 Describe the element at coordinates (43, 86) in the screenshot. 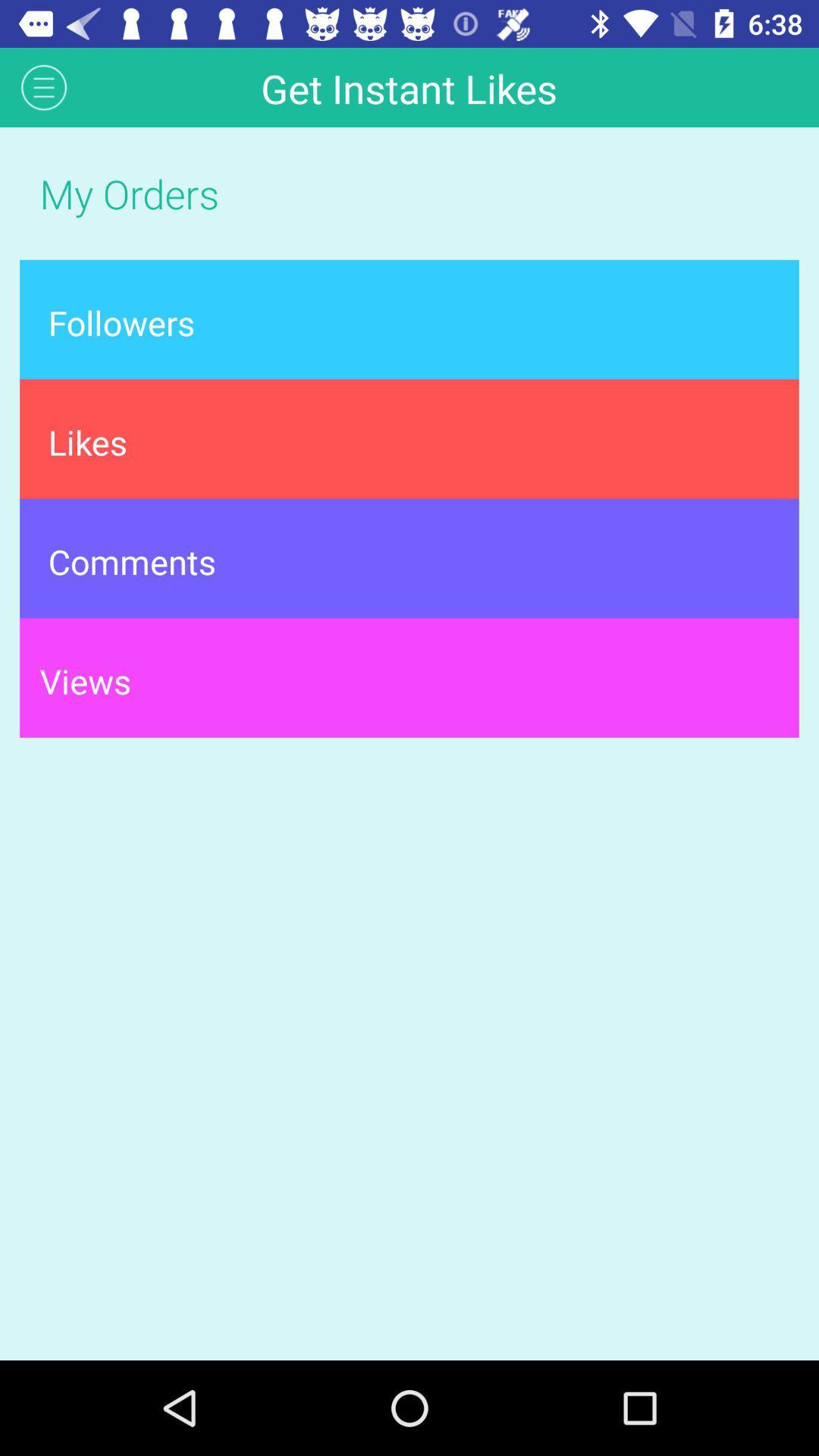

I see `app above the my orders` at that location.